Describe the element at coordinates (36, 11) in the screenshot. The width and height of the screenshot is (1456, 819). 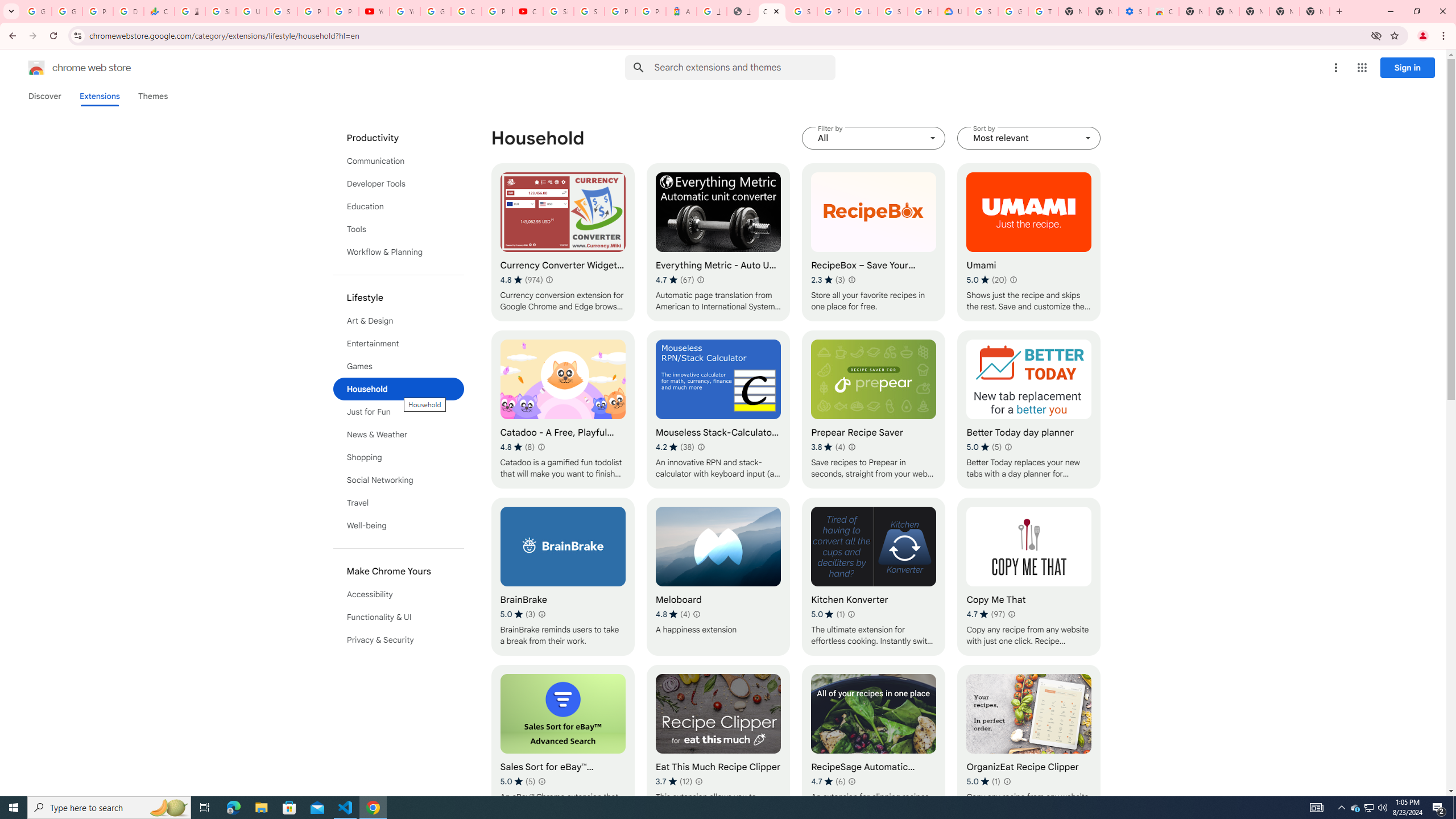
I see `'Google Workspace Admin Community'` at that location.